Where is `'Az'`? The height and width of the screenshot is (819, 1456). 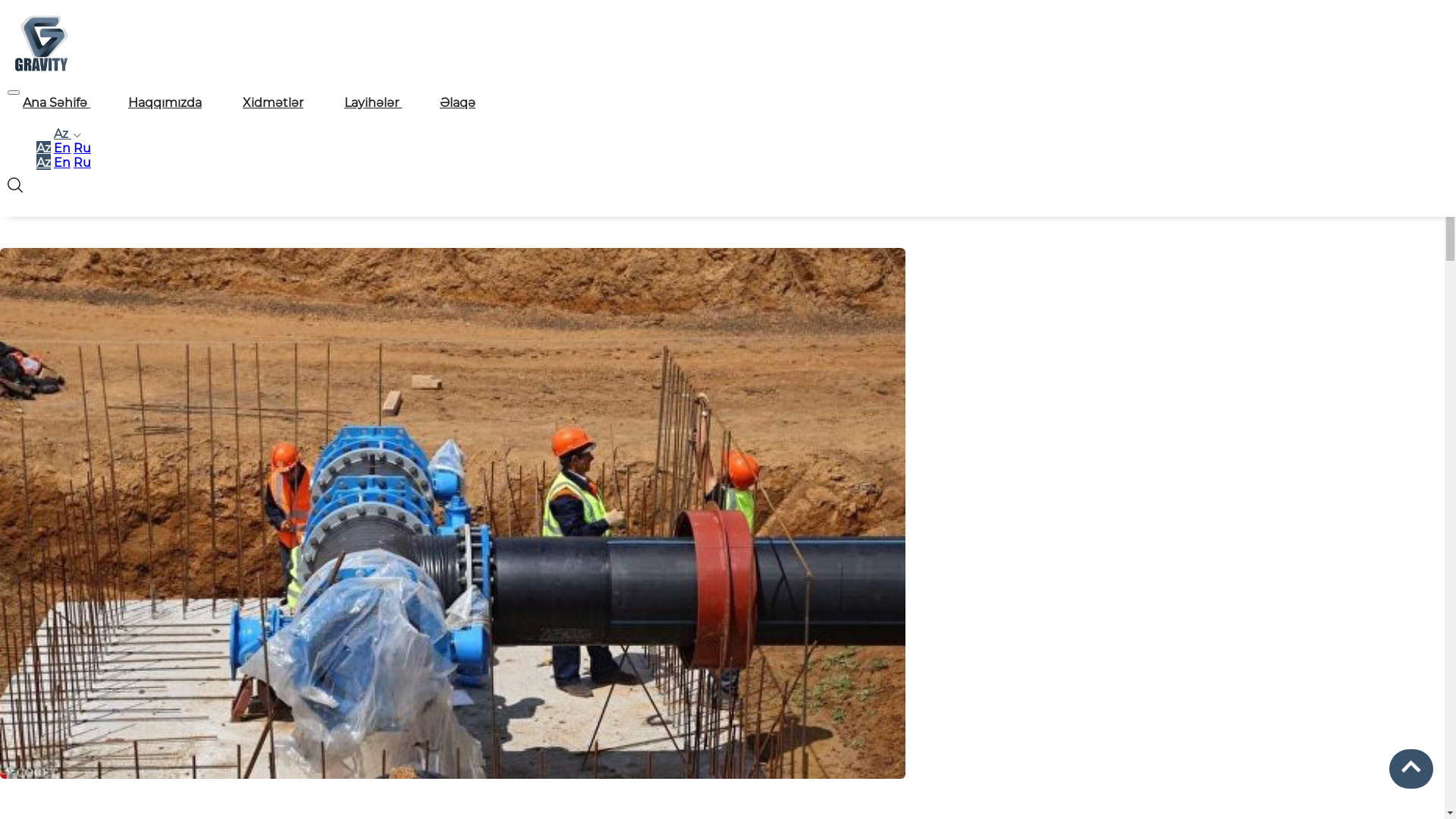
'Az' is located at coordinates (36, 148).